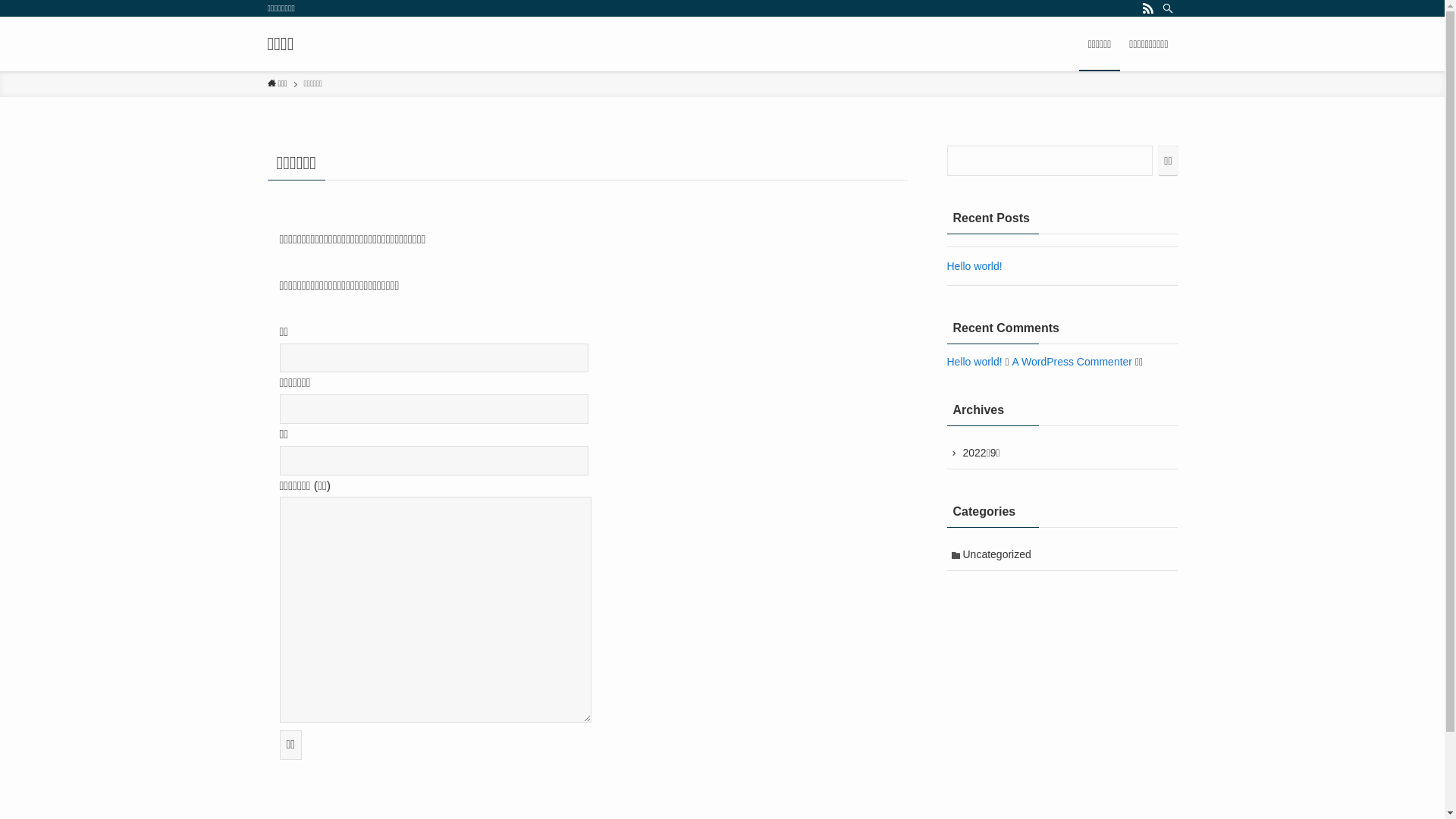  What do you see at coordinates (974, 362) in the screenshot?
I see `'Hello world!'` at bounding box center [974, 362].